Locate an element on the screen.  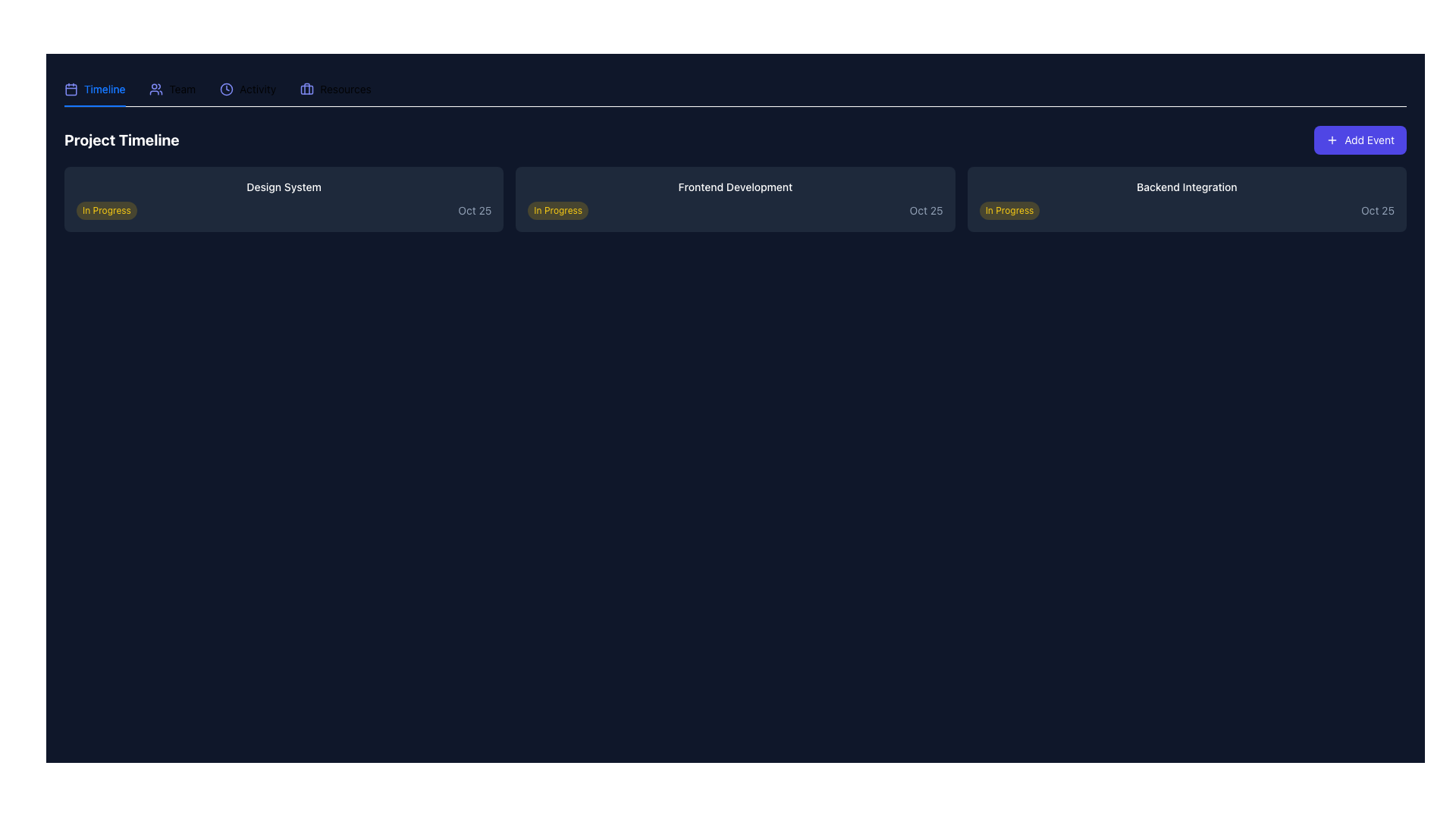
the SVG icon representing a group of users with an indigo outline, located in the top navigation bar next to the 'Team' label is located at coordinates (156, 89).